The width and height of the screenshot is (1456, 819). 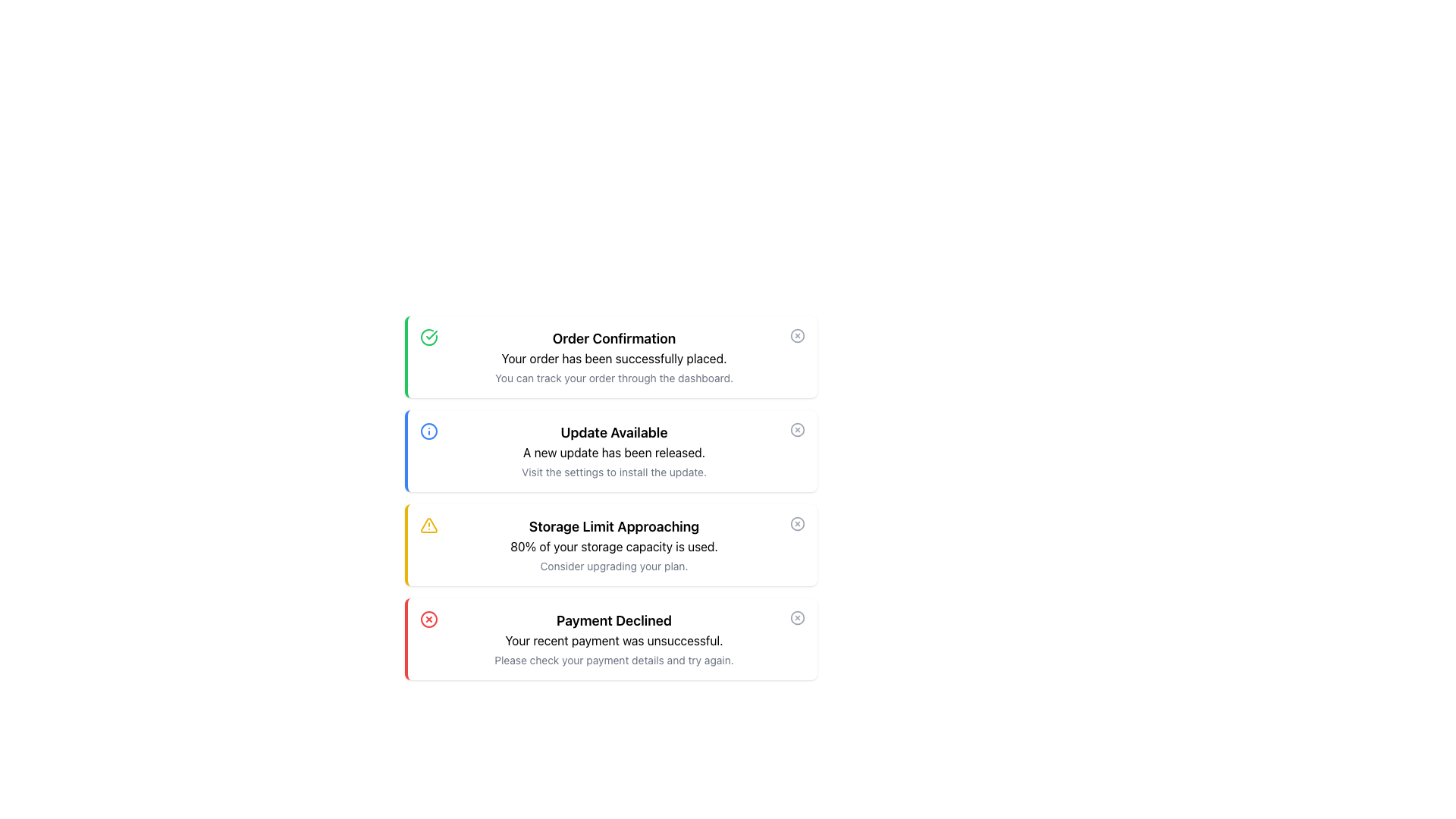 What do you see at coordinates (796, 617) in the screenshot?
I see `the circular element within the 'close' icon of the last notification card labeled 'Payment Declined'` at bounding box center [796, 617].